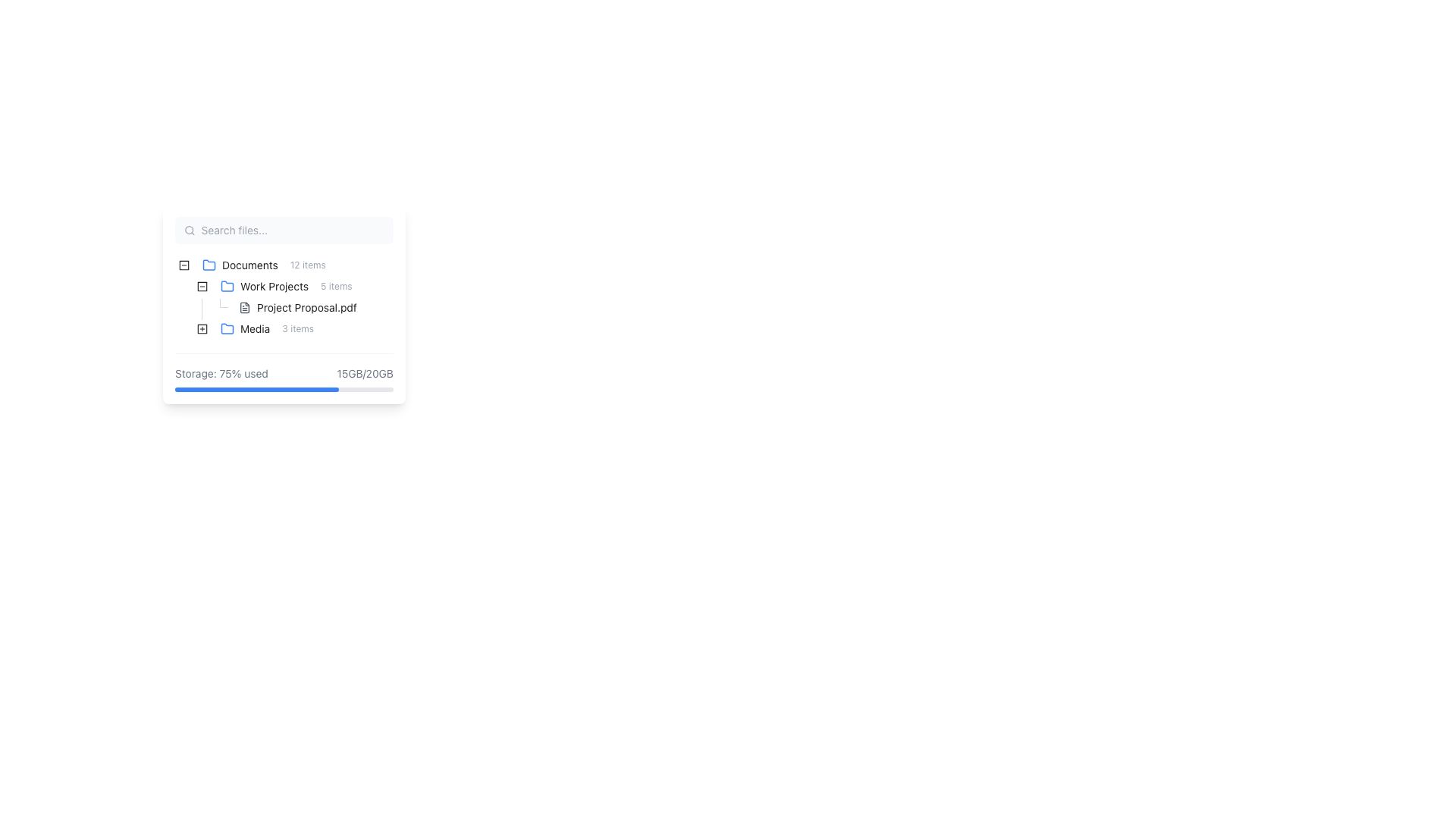 The image size is (1456, 819). Describe the element at coordinates (247, 328) in the screenshot. I see `the 'Media' folder icon in the hierarchical tree structure` at that location.